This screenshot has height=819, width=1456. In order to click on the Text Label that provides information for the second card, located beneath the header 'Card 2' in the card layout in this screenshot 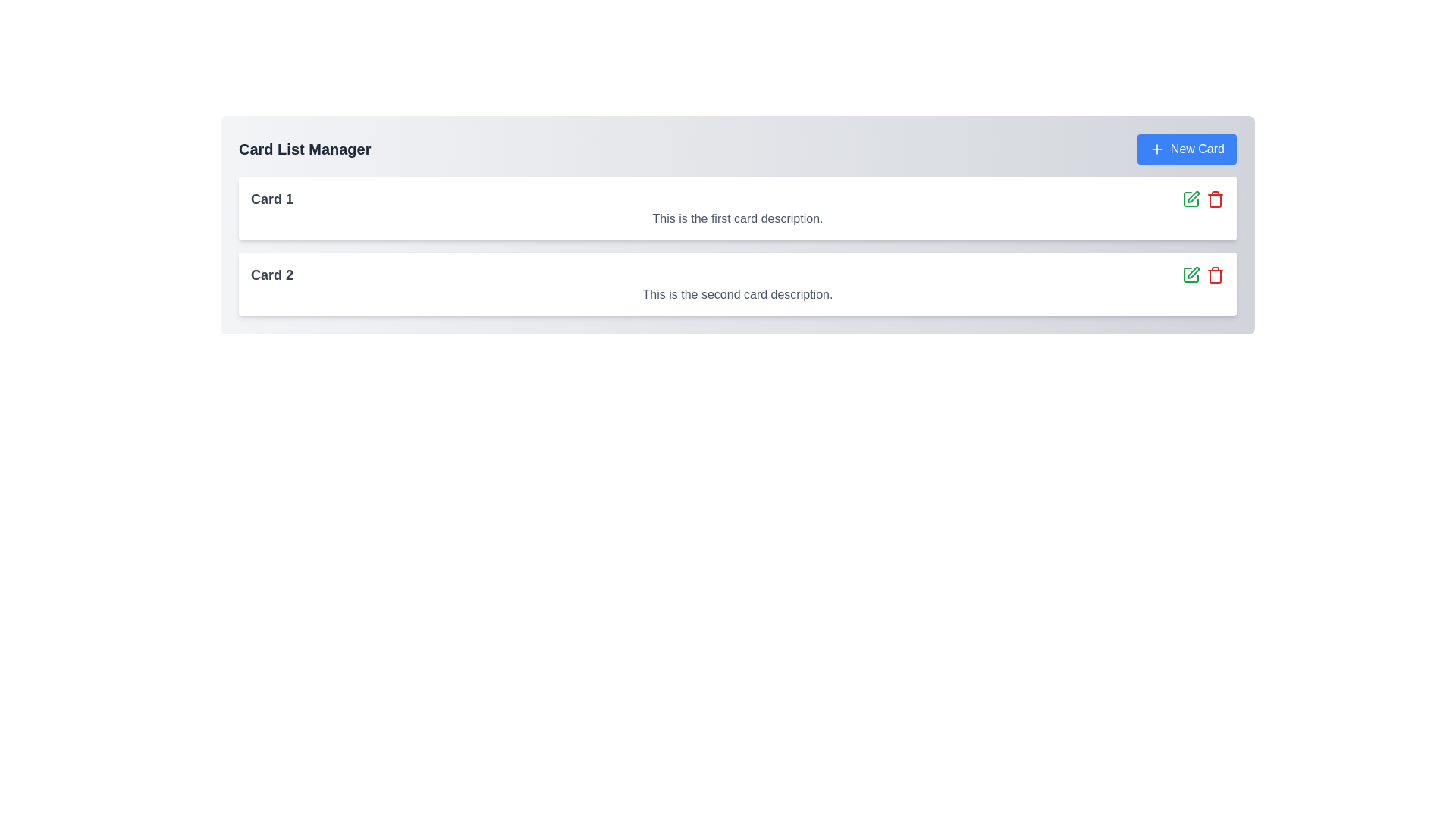, I will do `click(738, 295)`.